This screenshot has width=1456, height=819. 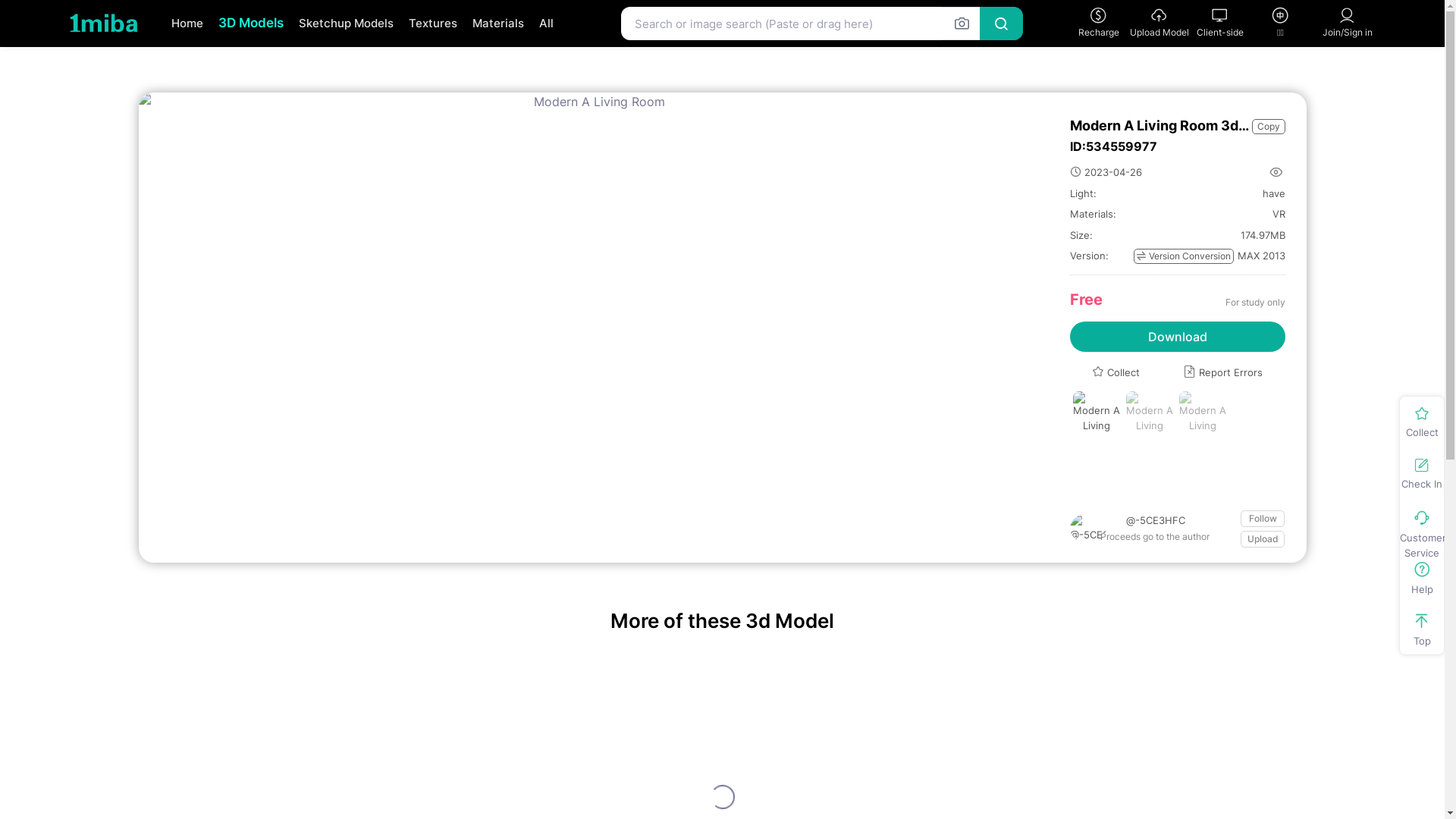 What do you see at coordinates (251, 23) in the screenshot?
I see `'3D Models'` at bounding box center [251, 23].